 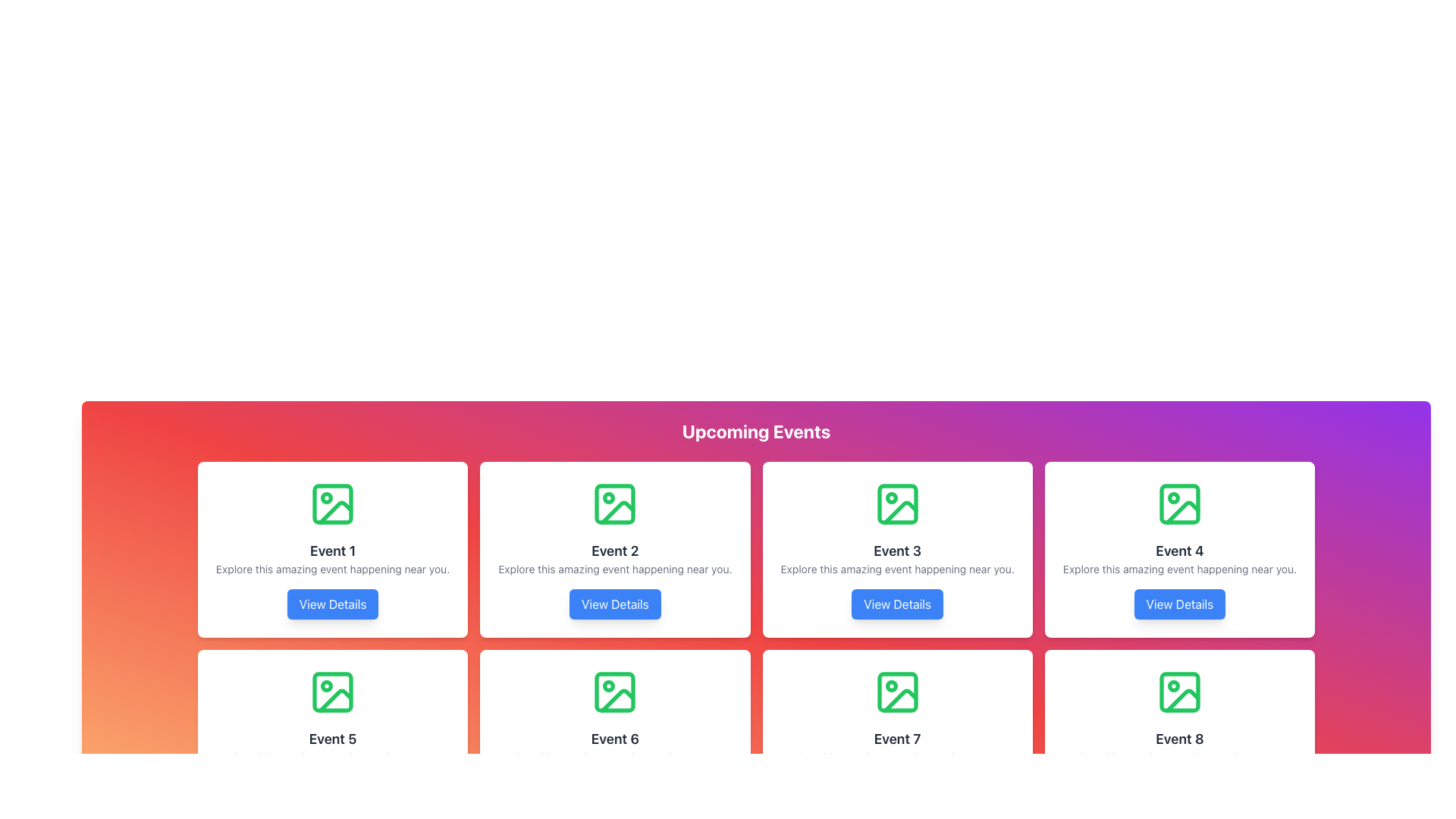 What do you see at coordinates (891, 497) in the screenshot?
I see `decorative SVG circle located at the top-center area of the third event card in the row` at bounding box center [891, 497].